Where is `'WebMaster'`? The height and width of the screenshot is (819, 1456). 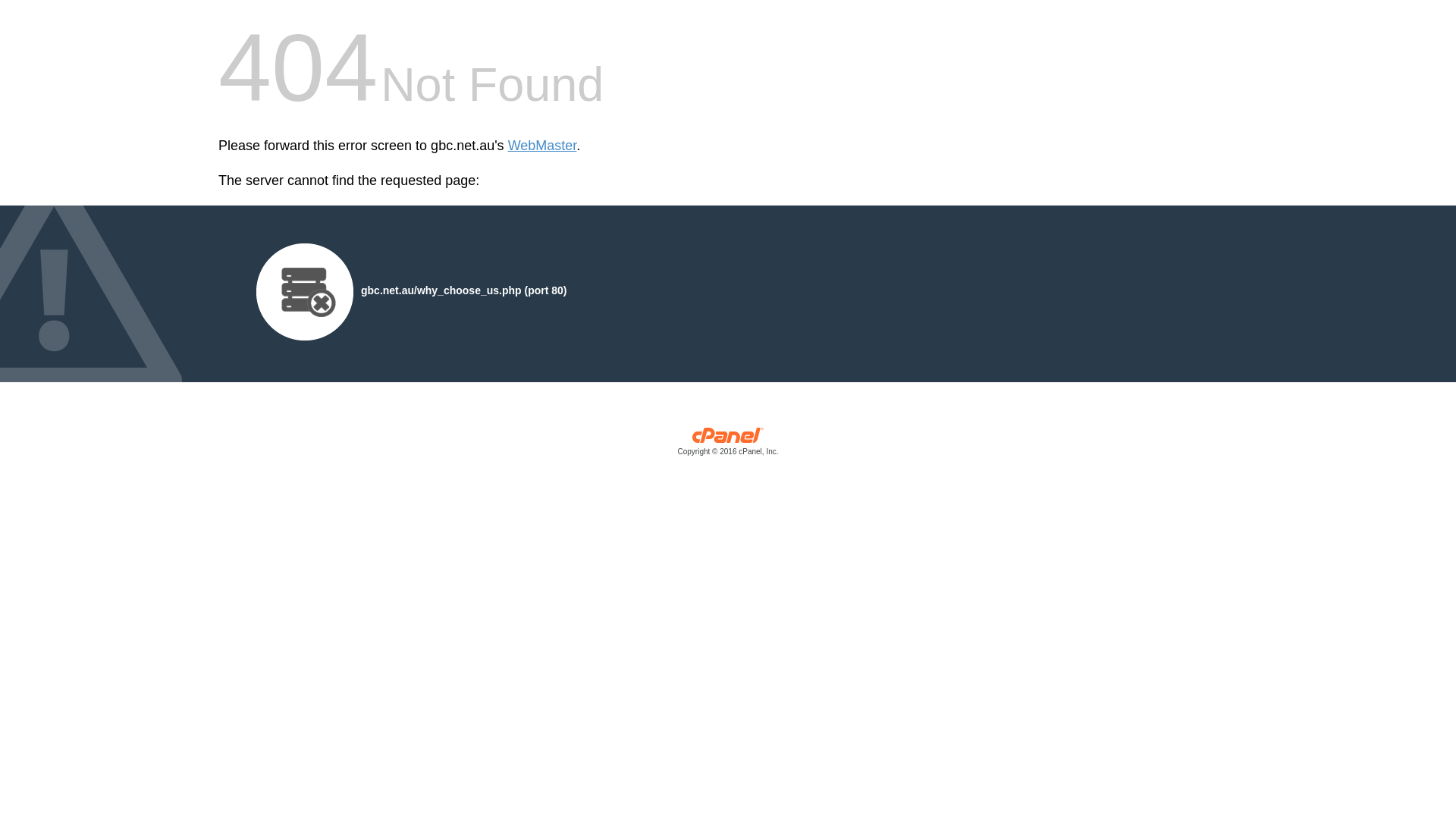
'WebMaster' is located at coordinates (542, 146).